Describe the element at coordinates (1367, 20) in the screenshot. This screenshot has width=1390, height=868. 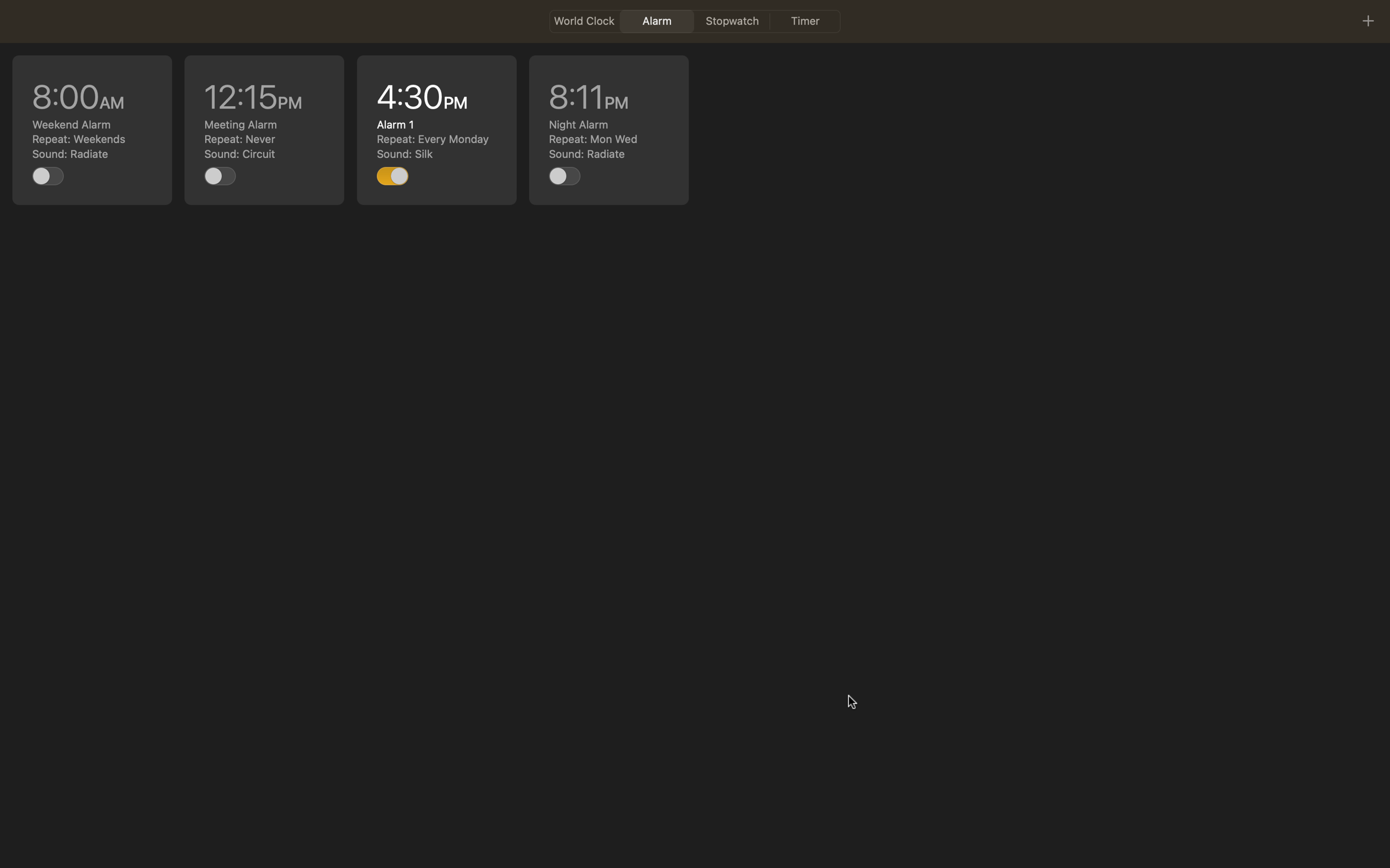
I see `Click the "+" symbol to trigger a new reminder setting` at that location.